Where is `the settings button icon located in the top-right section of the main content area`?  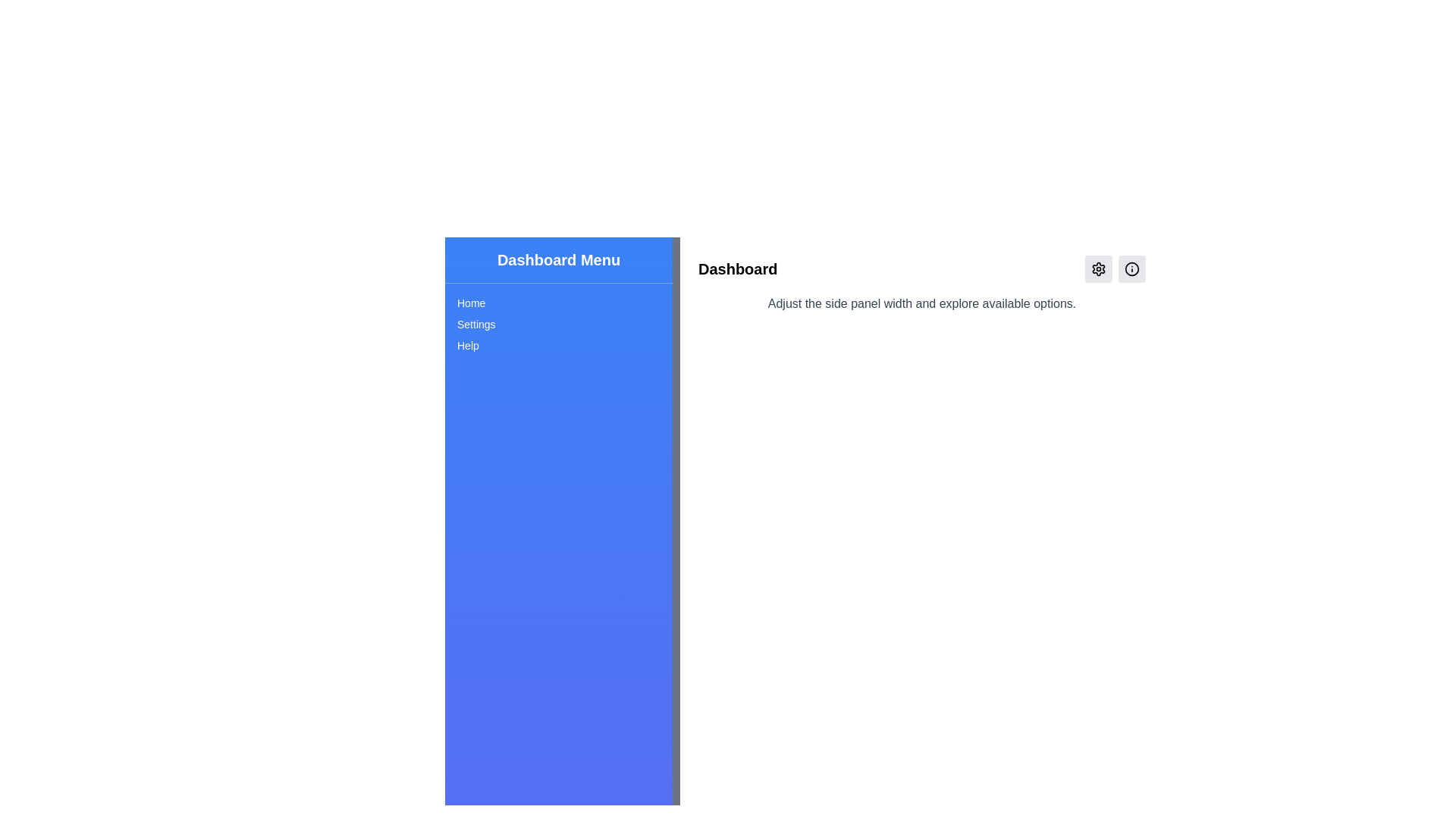
the settings button icon located in the top-right section of the main content area is located at coordinates (1099, 268).